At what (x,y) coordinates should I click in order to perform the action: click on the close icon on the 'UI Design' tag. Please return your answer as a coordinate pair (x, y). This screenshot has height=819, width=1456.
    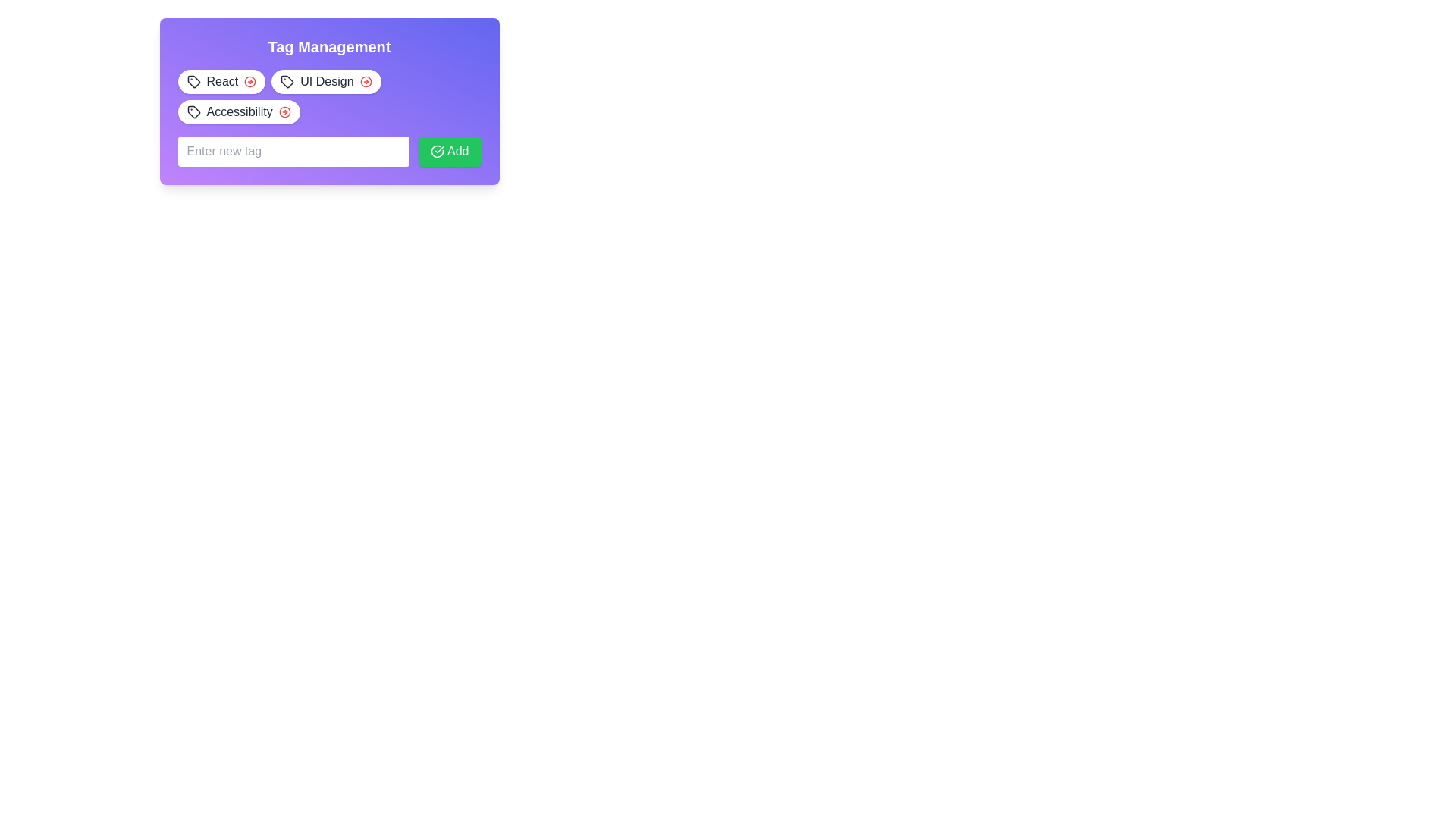
    Looking at the image, I should click on (325, 82).